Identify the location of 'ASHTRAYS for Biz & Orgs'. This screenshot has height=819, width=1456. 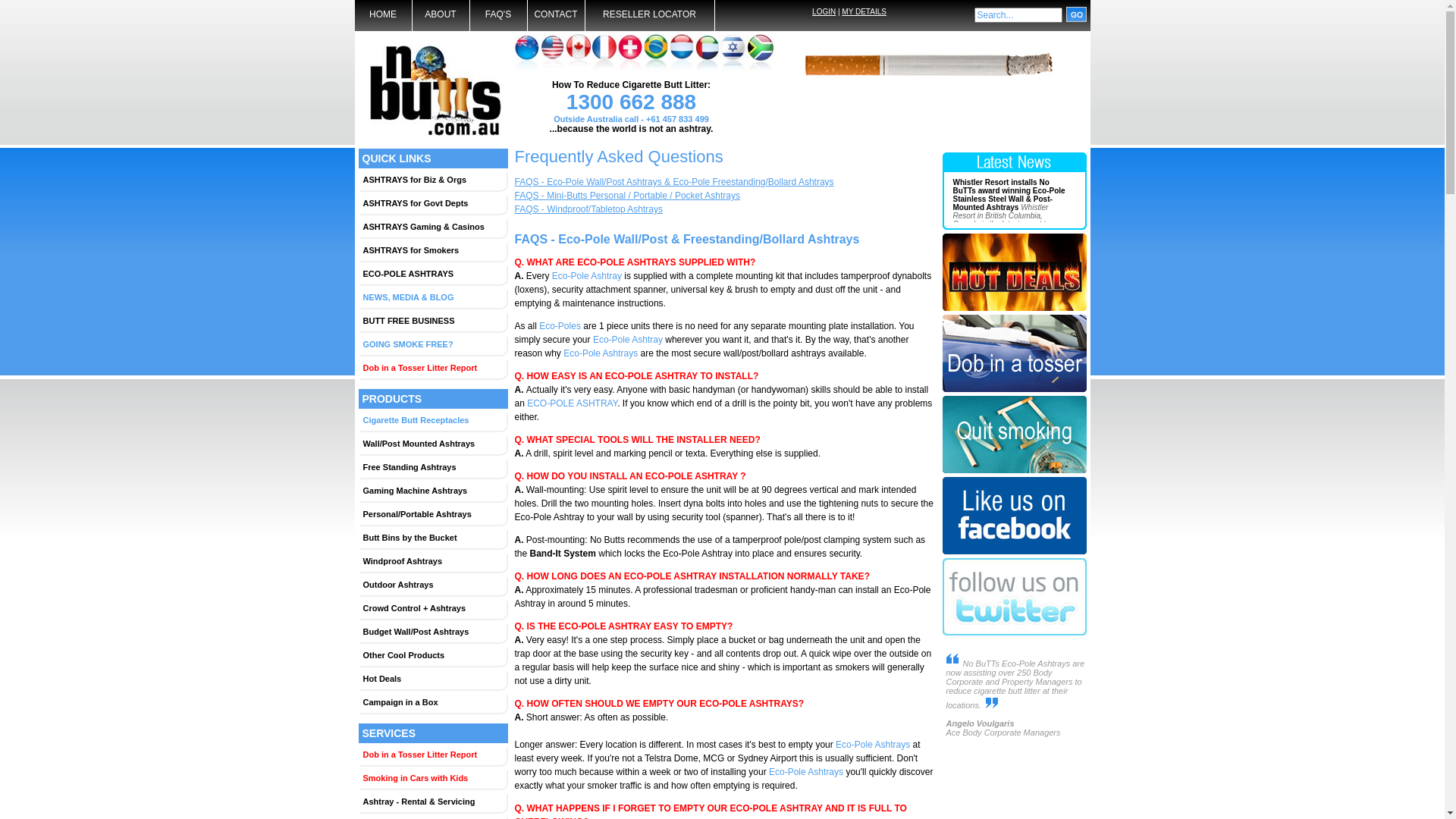
(432, 178).